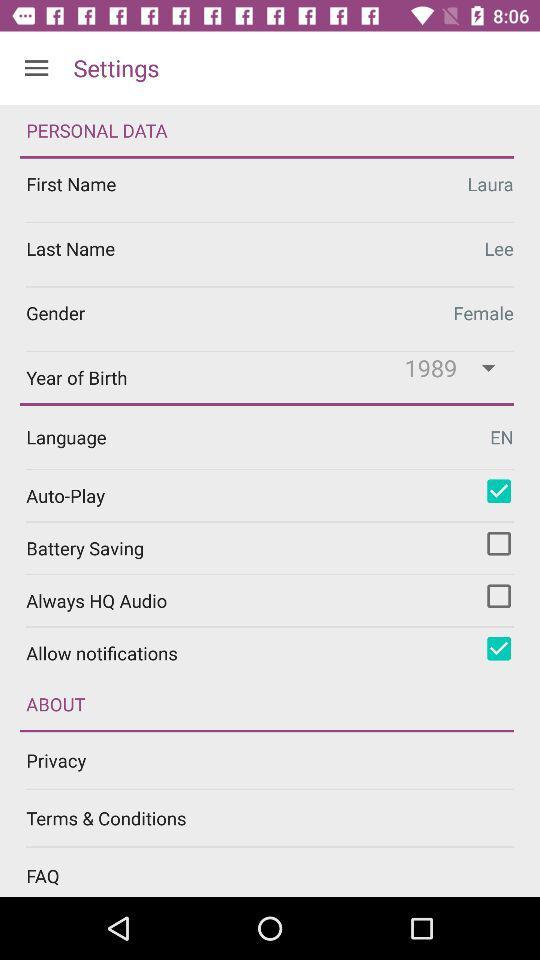  Describe the element at coordinates (270, 319) in the screenshot. I see `female` at that location.